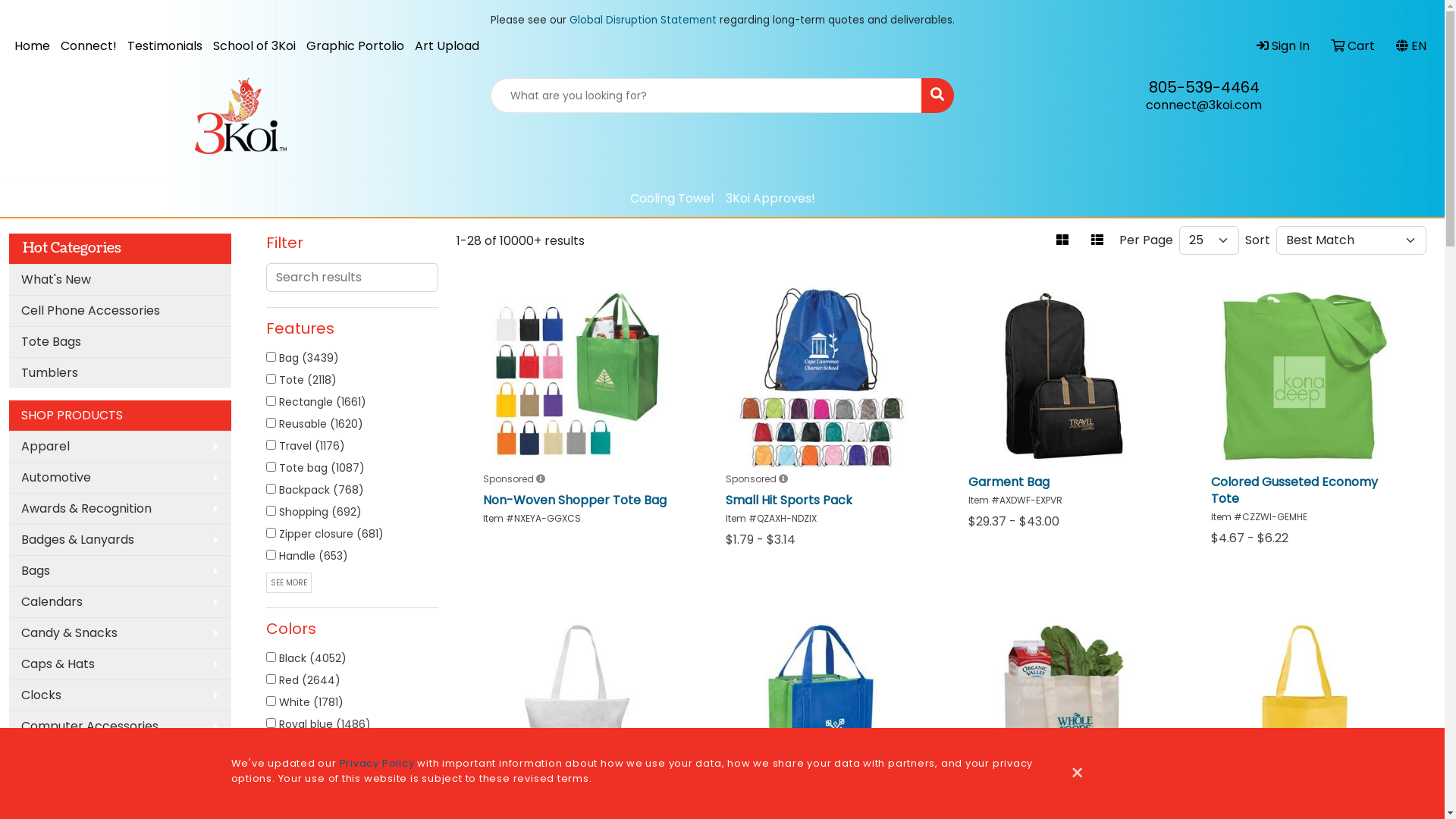 This screenshot has width=1456, height=819. I want to click on '3Koi Approves!', so click(769, 198).